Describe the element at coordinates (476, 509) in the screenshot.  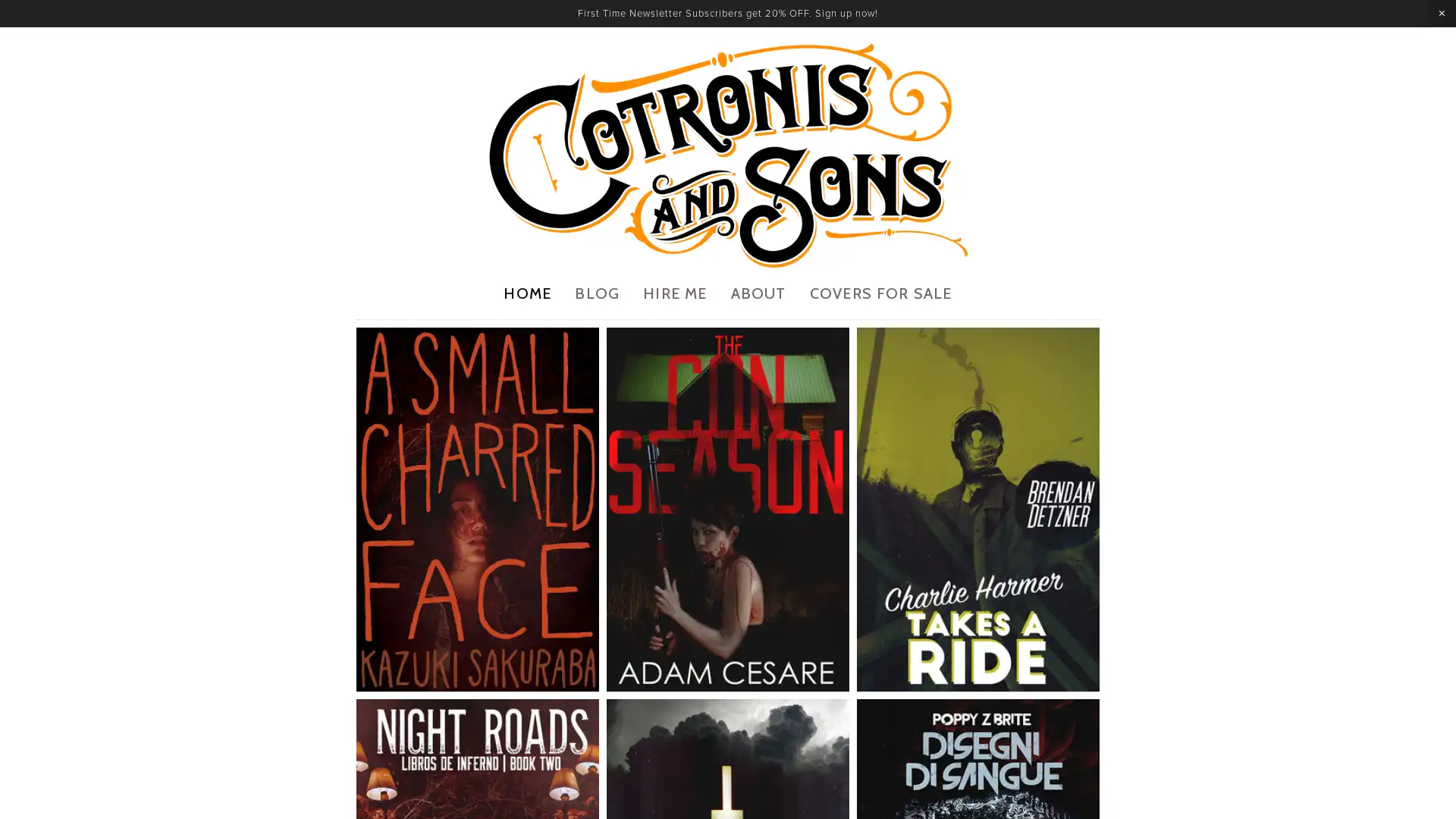
I see `View fullsize 1.jpg` at that location.